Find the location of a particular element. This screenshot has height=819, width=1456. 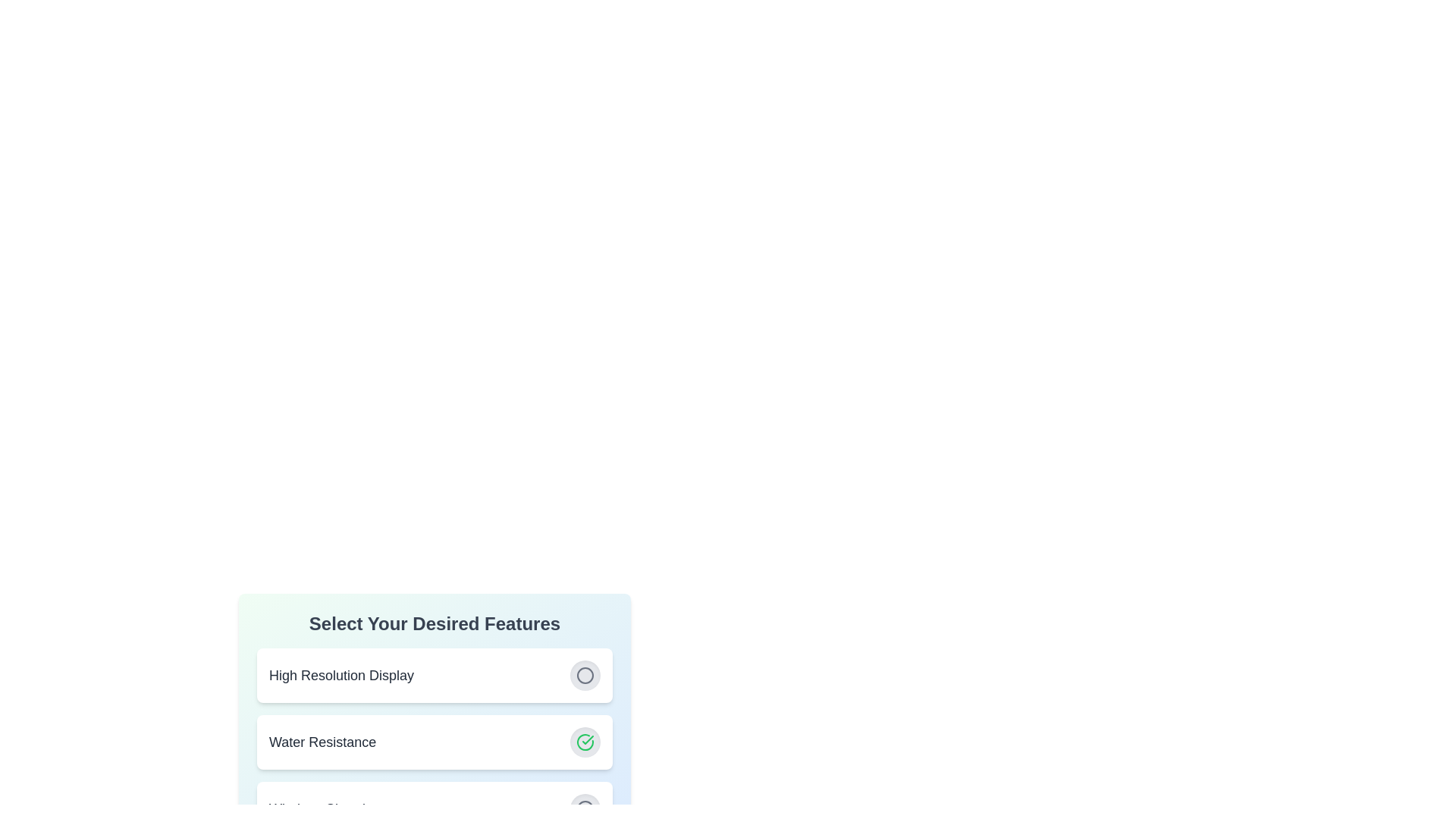

the green check icon within the rounded rectangular button is located at coordinates (585, 742).